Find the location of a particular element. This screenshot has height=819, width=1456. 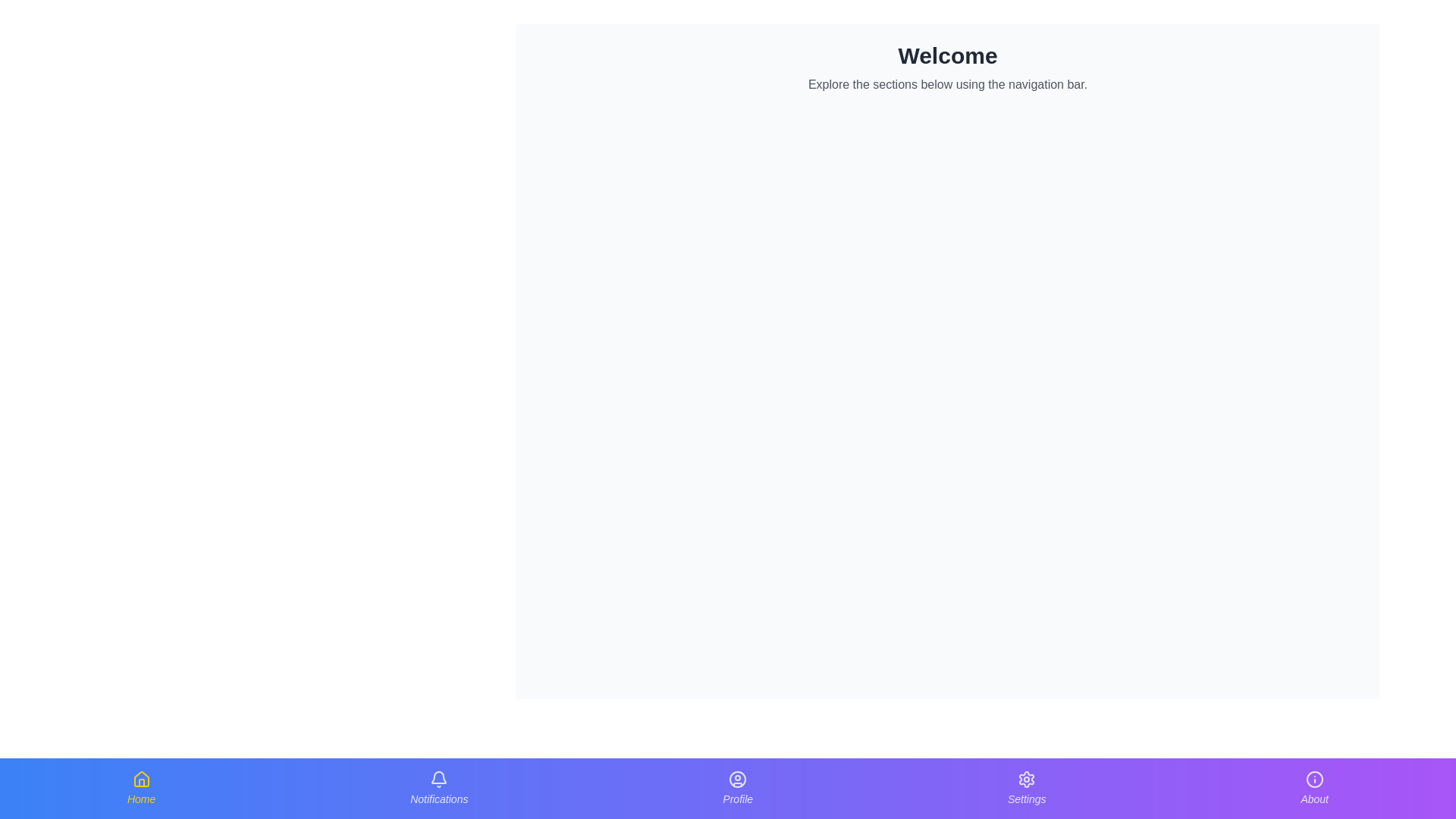

the 'Settings' button located in the bottom navigation bar, which features a cogwheel icon and is styled with gray text, to activate its scale effect is located at coordinates (1027, 788).